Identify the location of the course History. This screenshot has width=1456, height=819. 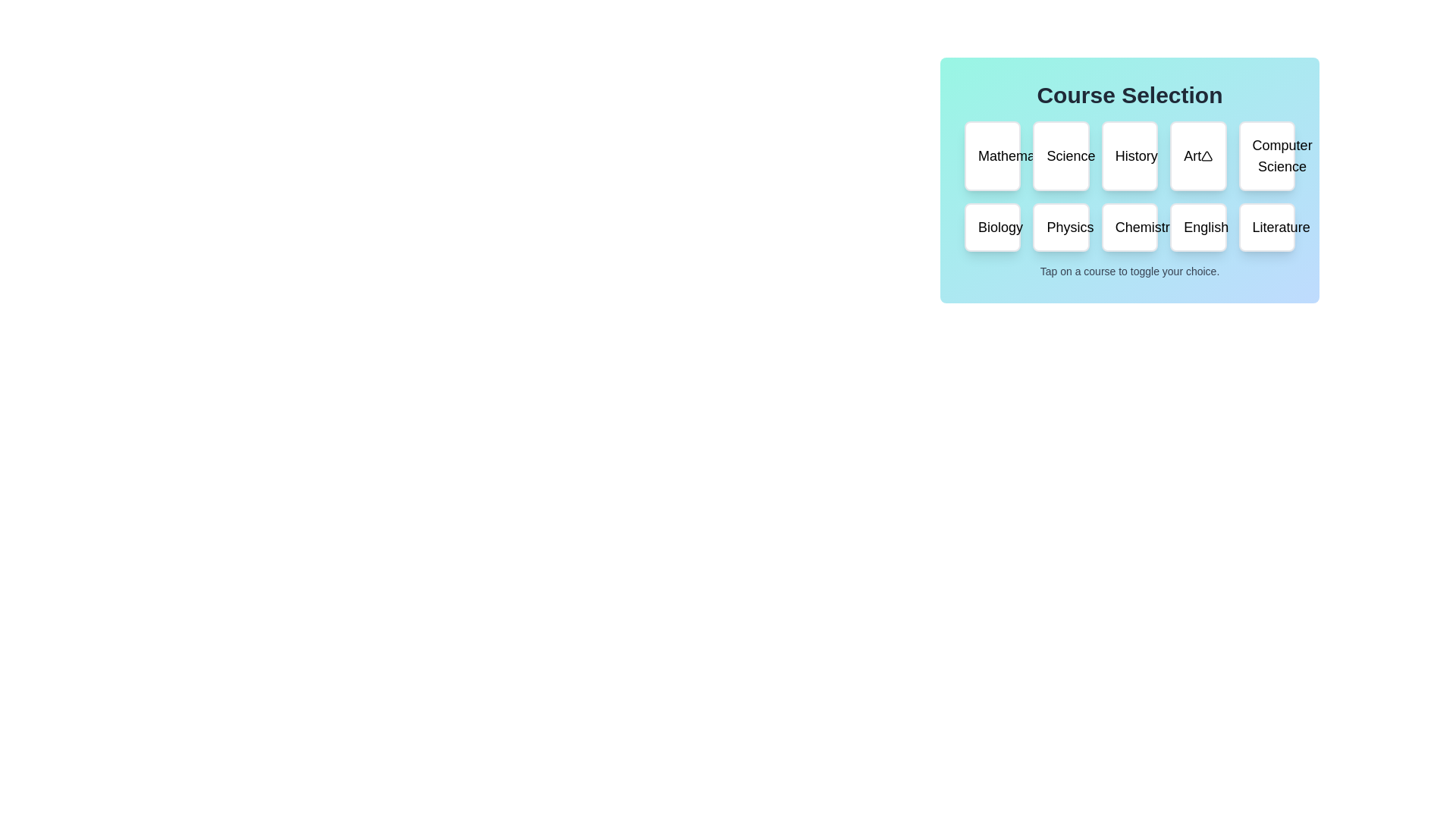
(1128, 155).